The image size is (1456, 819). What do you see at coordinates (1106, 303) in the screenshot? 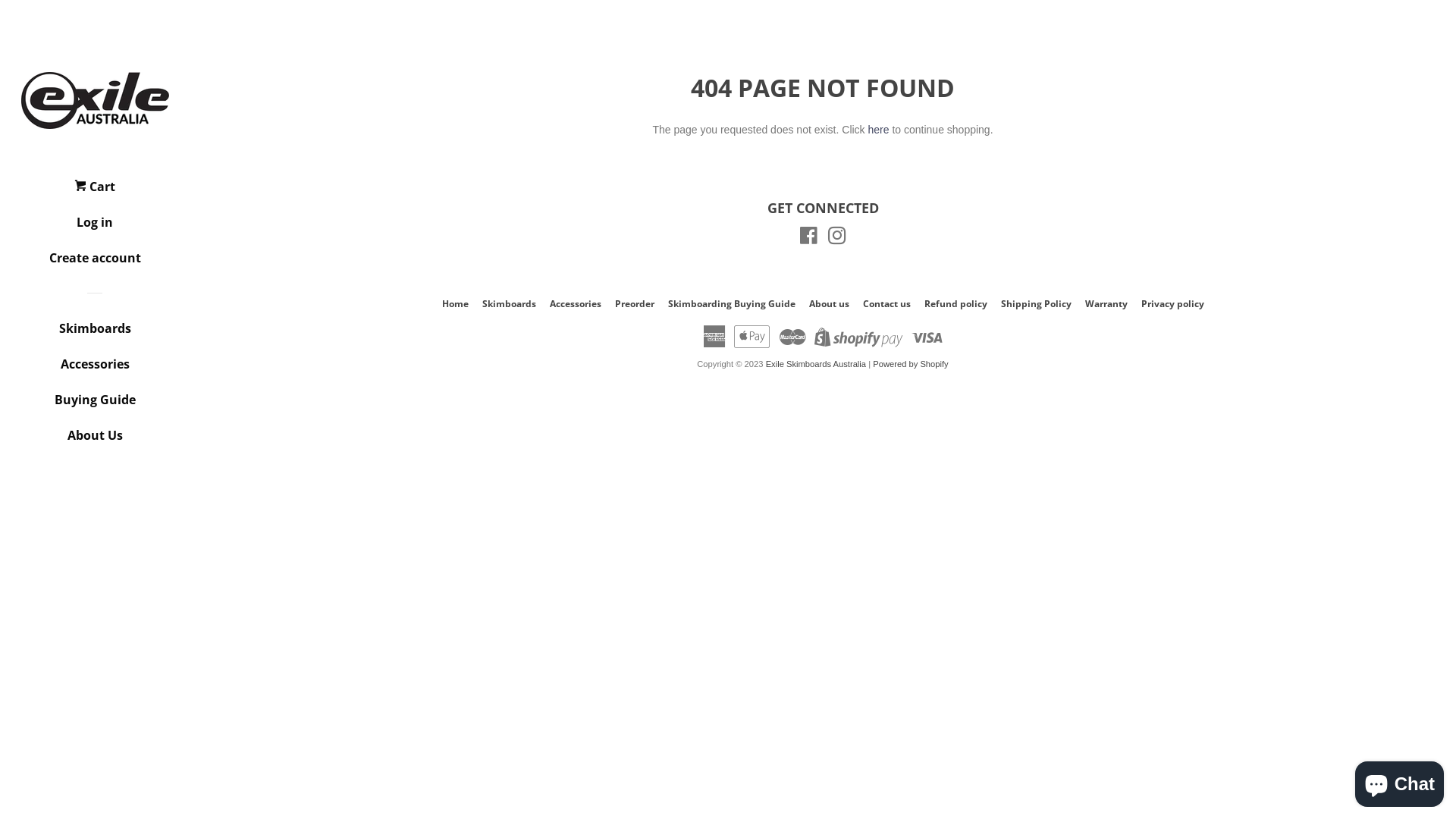
I see `'Warranty'` at bounding box center [1106, 303].